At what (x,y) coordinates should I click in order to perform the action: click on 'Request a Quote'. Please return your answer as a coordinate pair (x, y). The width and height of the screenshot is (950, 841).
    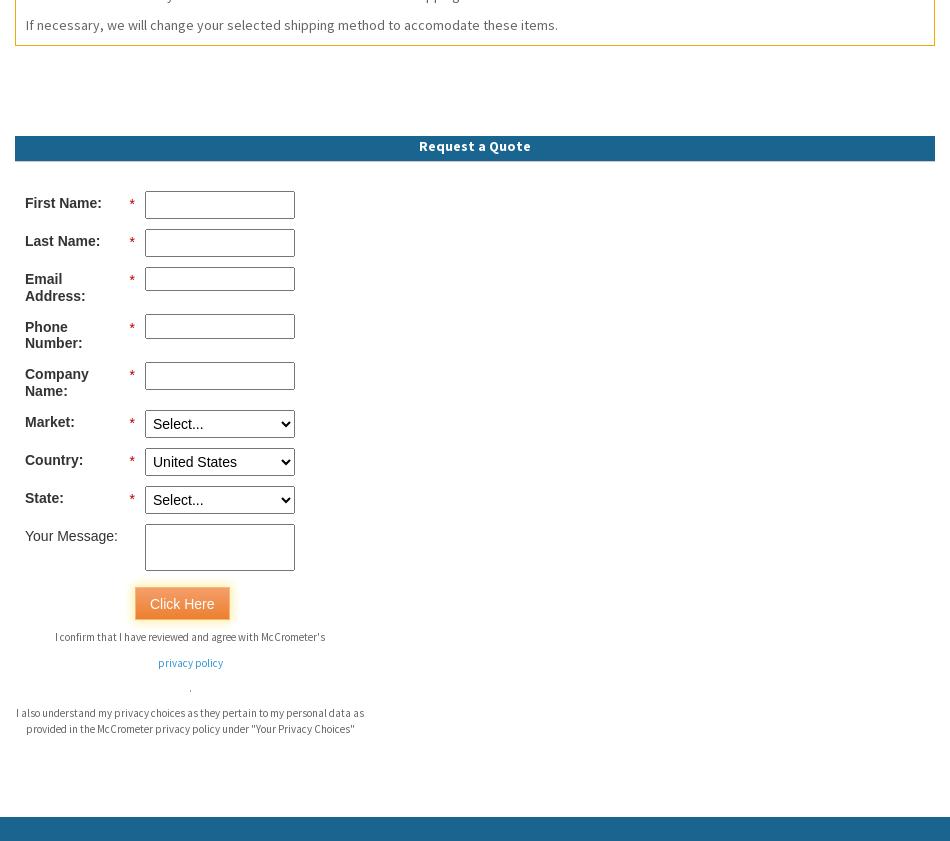
    Looking at the image, I should click on (418, 144).